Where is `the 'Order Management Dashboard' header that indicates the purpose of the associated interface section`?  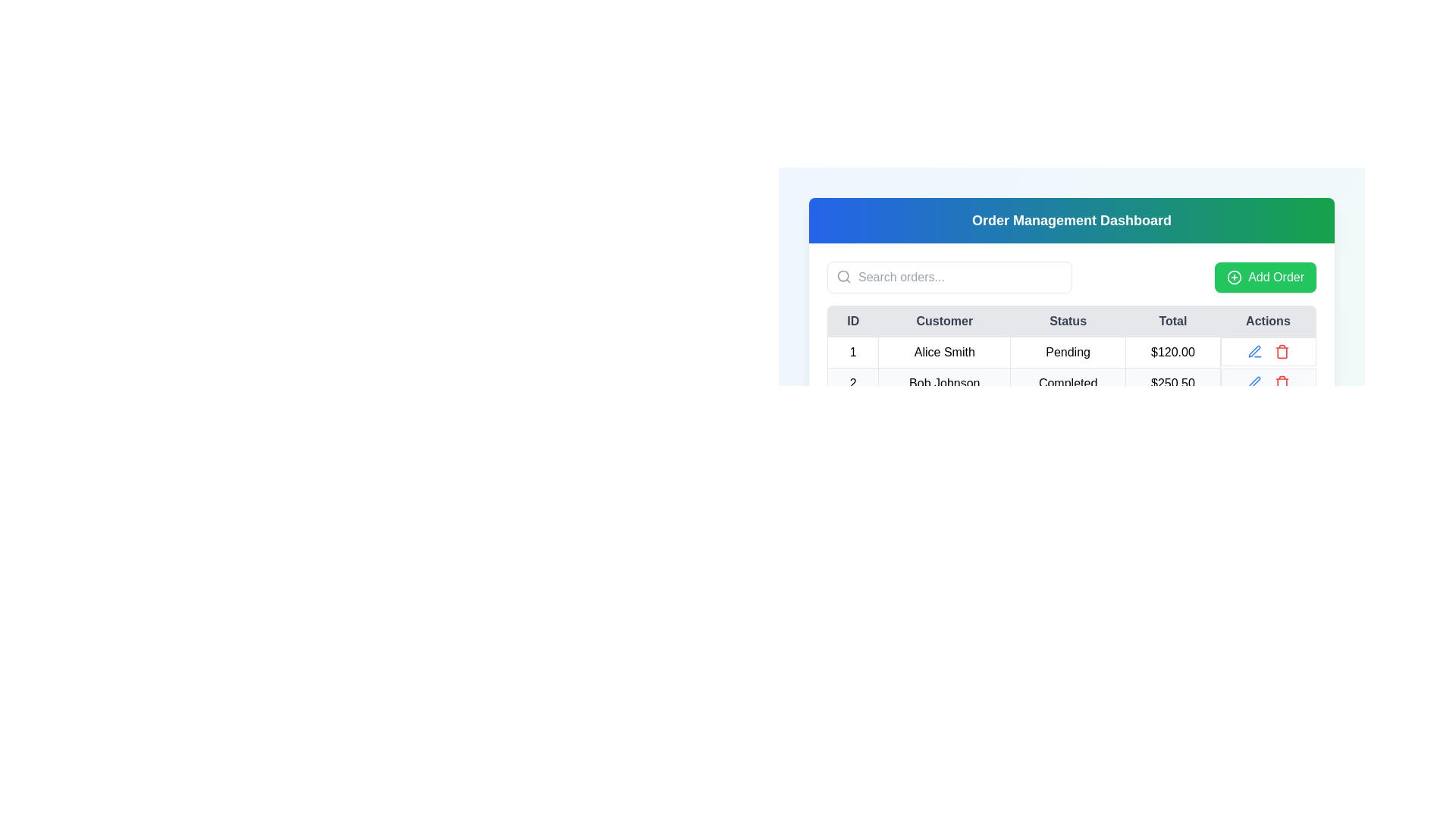 the 'Order Management Dashboard' header that indicates the purpose of the associated interface section is located at coordinates (1071, 220).